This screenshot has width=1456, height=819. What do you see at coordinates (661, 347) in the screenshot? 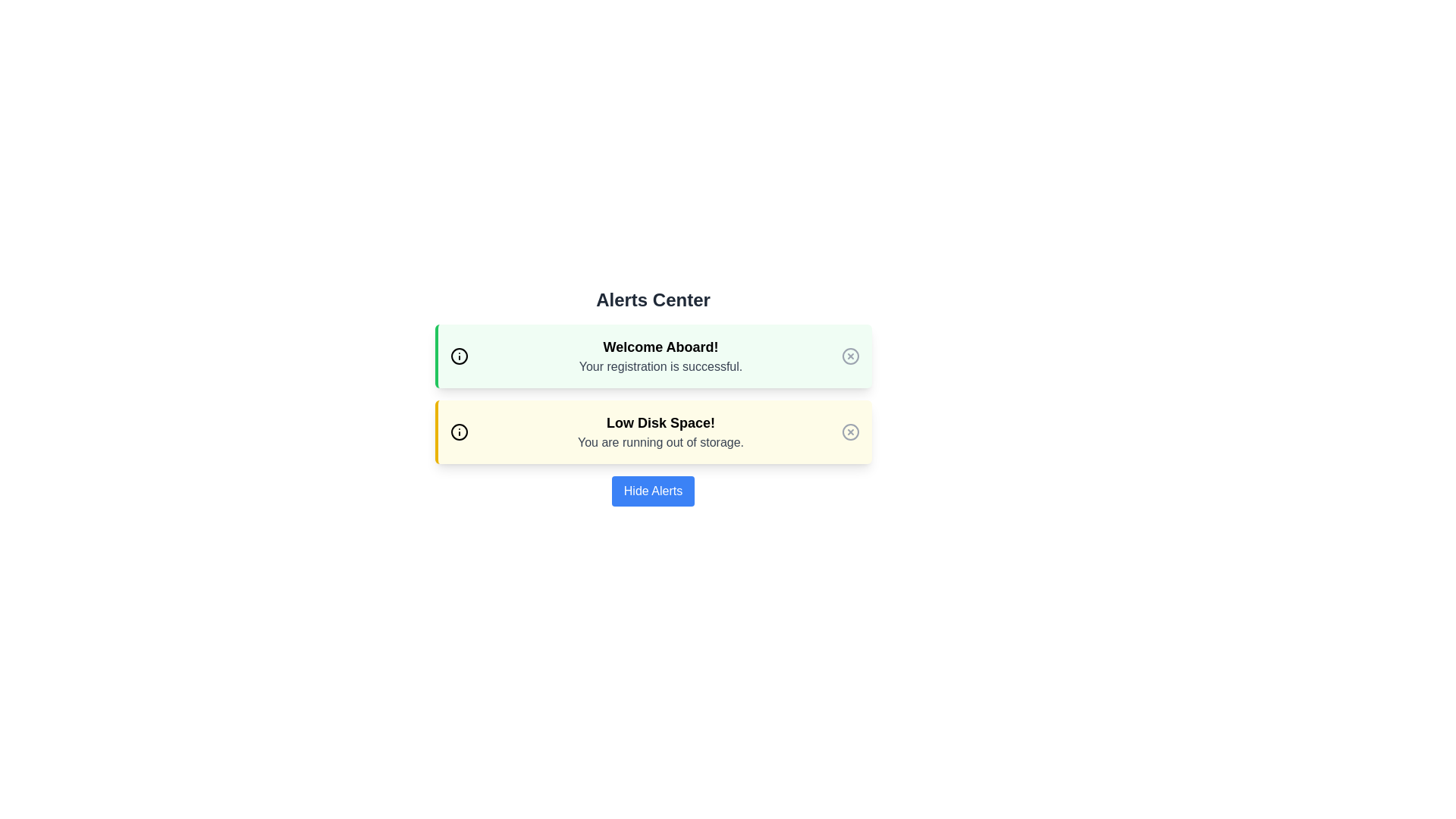
I see `header text within the green alert box that acknowledges user registration success, located under 'Alerts Center'` at bounding box center [661, 347].